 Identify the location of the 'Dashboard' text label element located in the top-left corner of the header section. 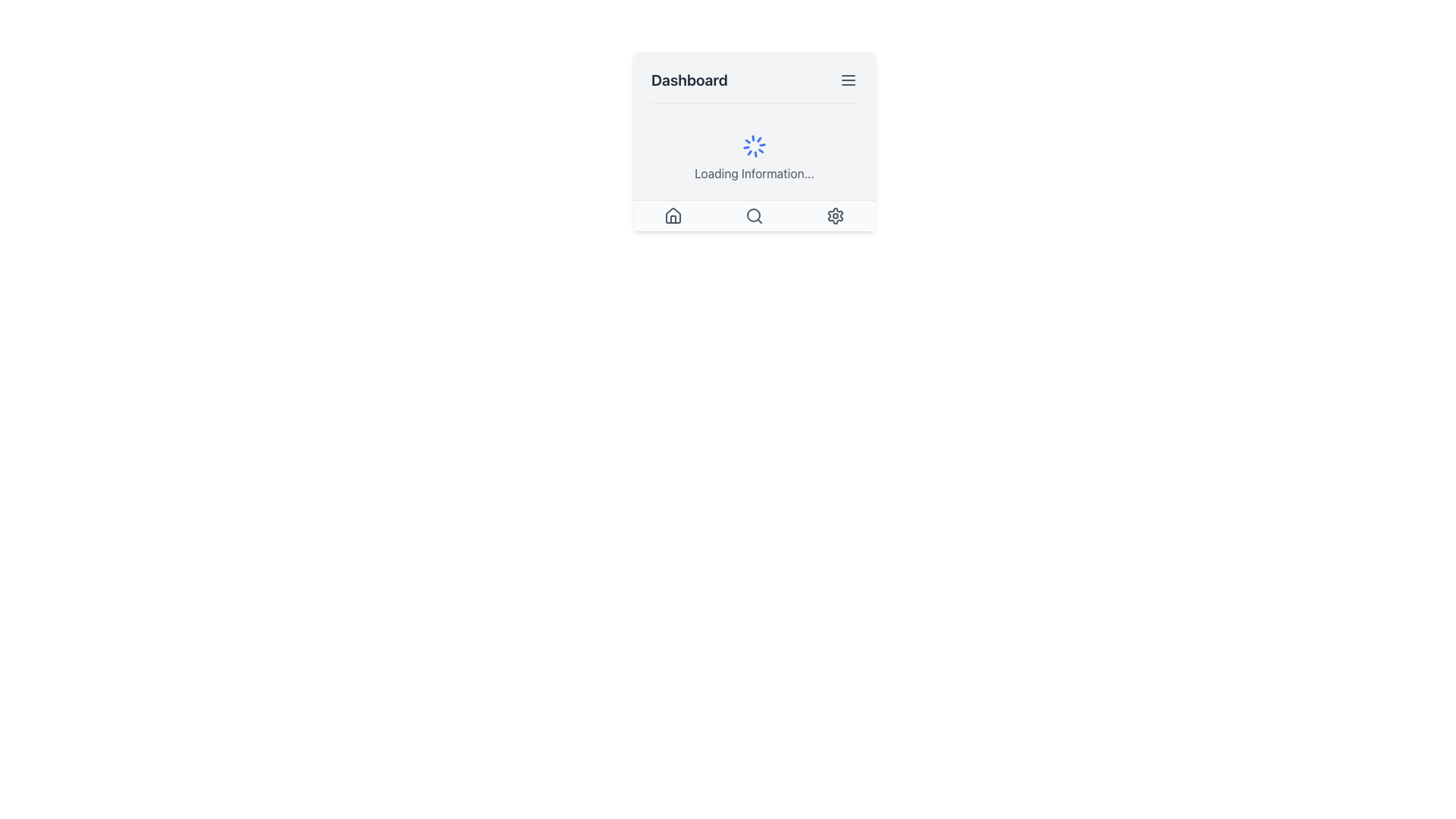
(689, 80).